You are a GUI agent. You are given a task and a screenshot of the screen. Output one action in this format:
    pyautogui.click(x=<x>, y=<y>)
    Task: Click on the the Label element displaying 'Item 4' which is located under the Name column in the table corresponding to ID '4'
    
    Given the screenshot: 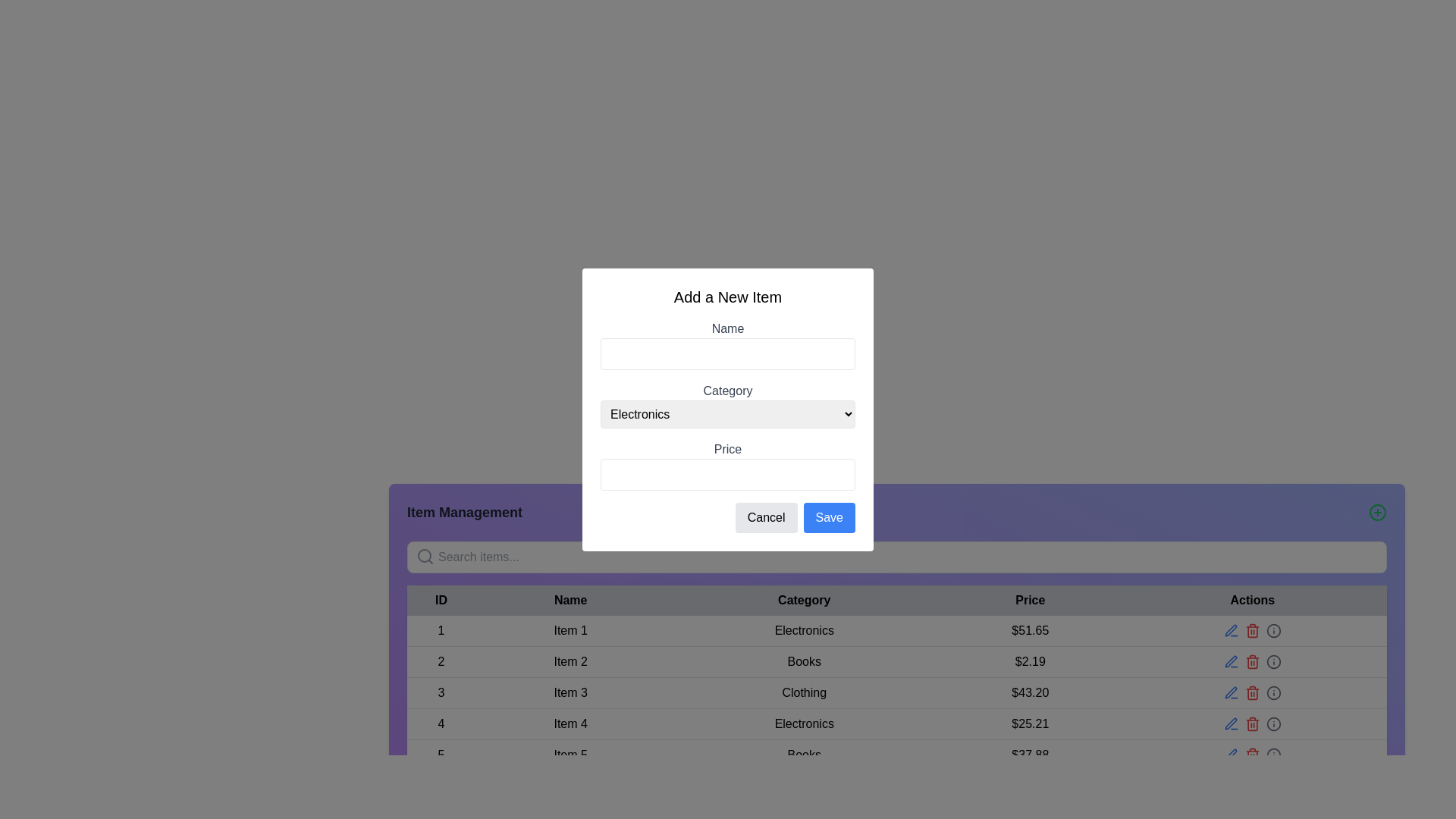 What is the action you would take?
    pyautogui.click(x=570, y=723)
    